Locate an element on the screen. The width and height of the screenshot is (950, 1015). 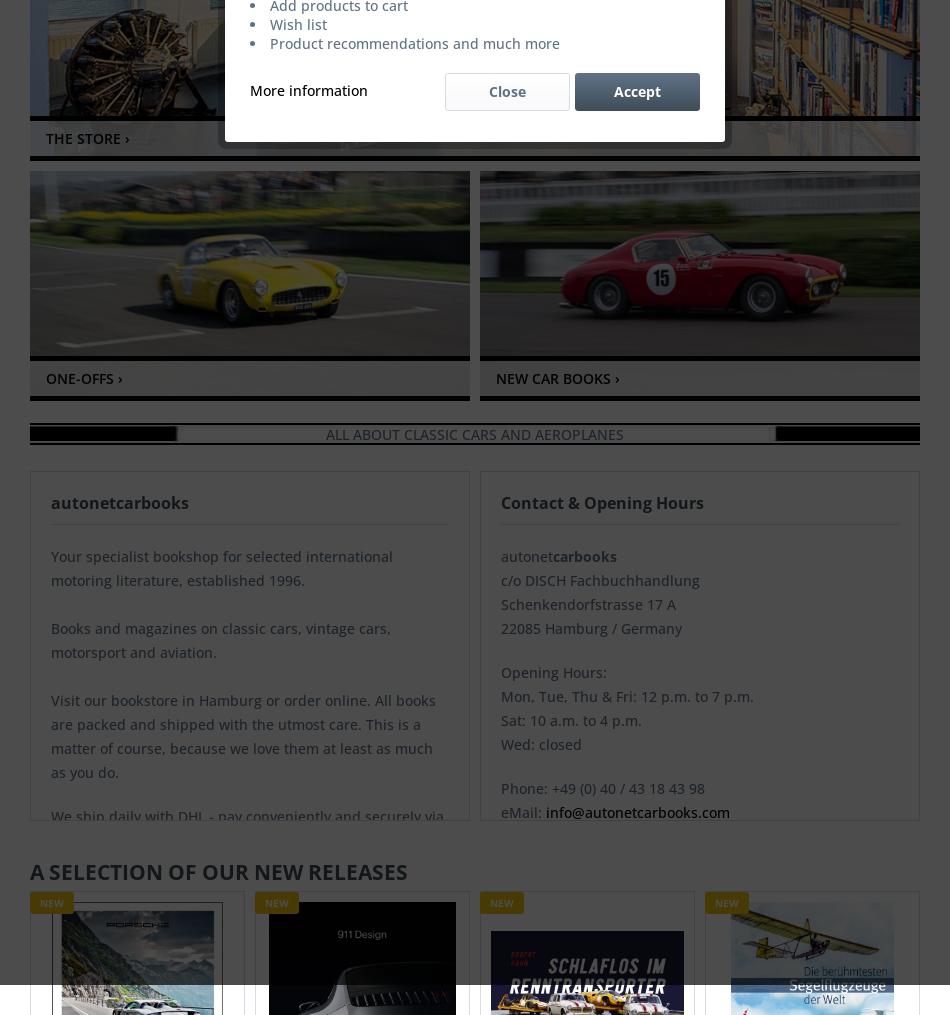
'Sat: 10 a.m. to 4 p.m.' is located at coordinates (571, 719).